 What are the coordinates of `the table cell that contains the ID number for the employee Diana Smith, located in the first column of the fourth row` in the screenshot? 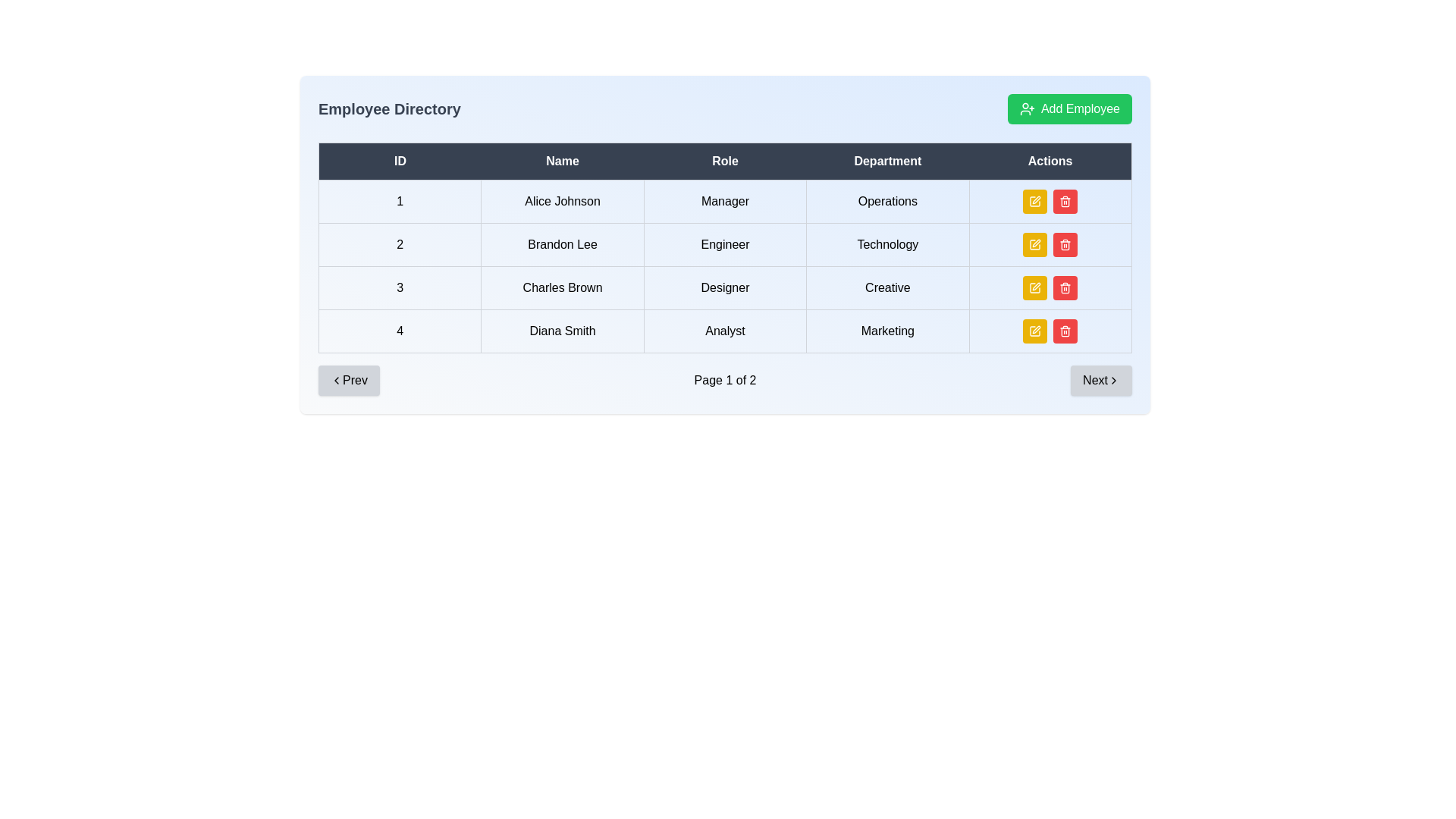 It's located at (400, 330).